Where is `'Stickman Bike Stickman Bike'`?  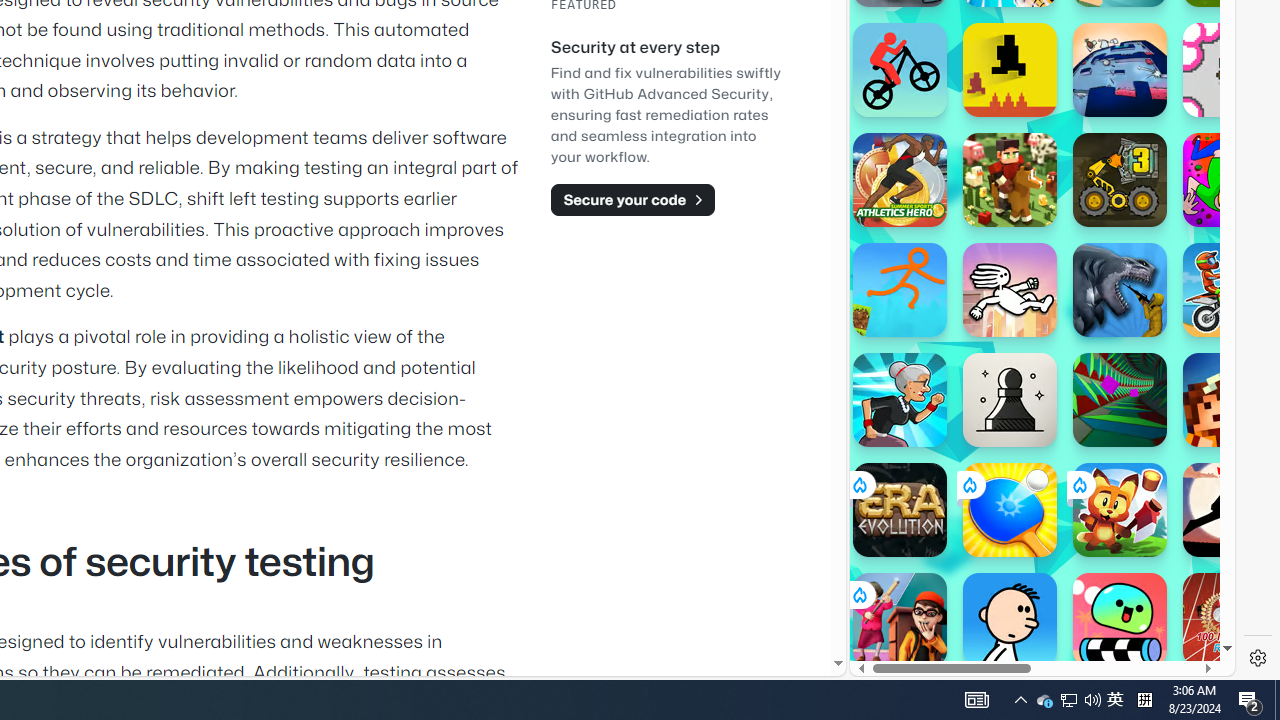
'Stickman Bike Stickman Bike' is located at coordinates (898, 68).